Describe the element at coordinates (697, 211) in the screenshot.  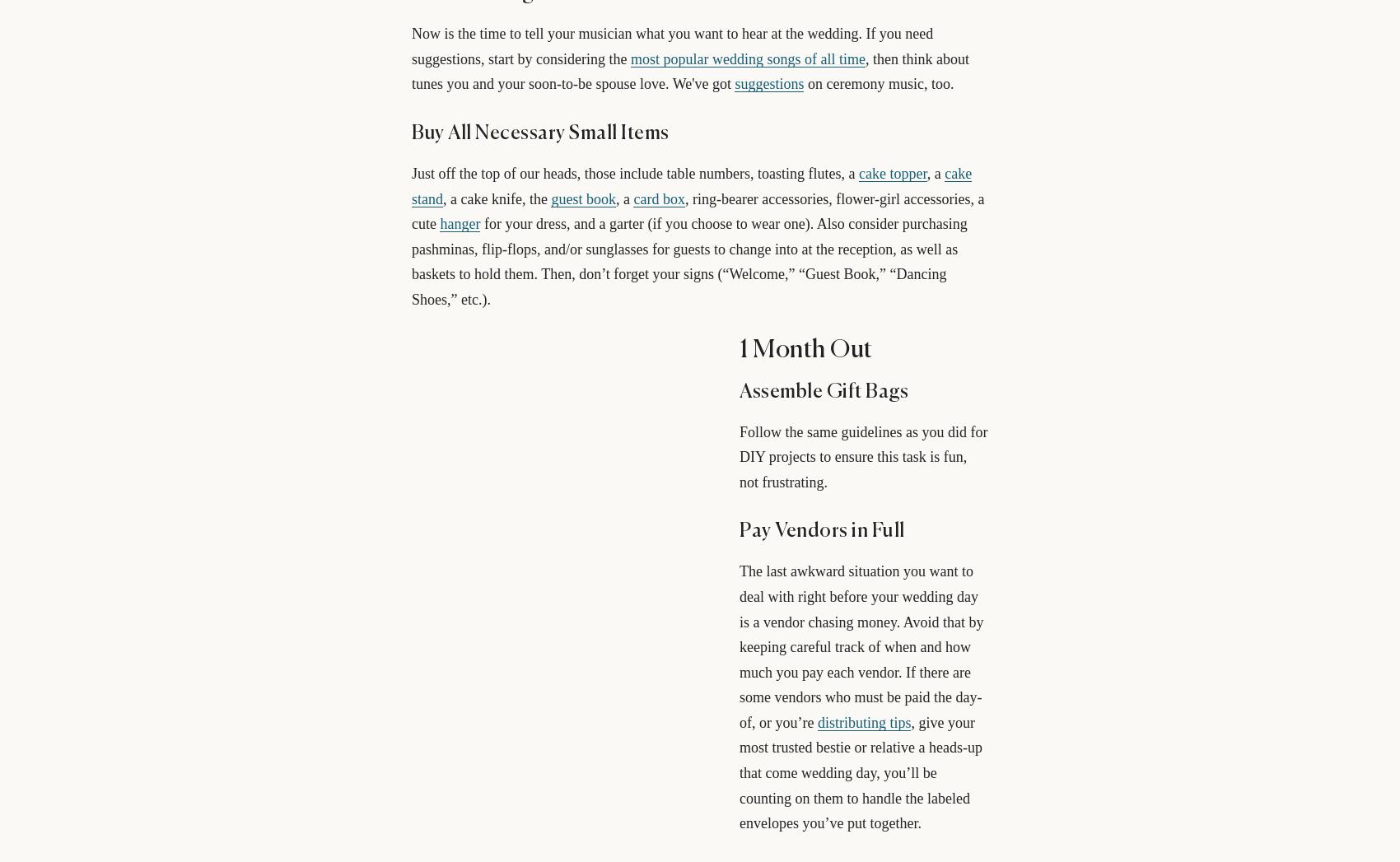
I see `', ring-bearer accessories, flower-girl accessories, a cute'` at that location.